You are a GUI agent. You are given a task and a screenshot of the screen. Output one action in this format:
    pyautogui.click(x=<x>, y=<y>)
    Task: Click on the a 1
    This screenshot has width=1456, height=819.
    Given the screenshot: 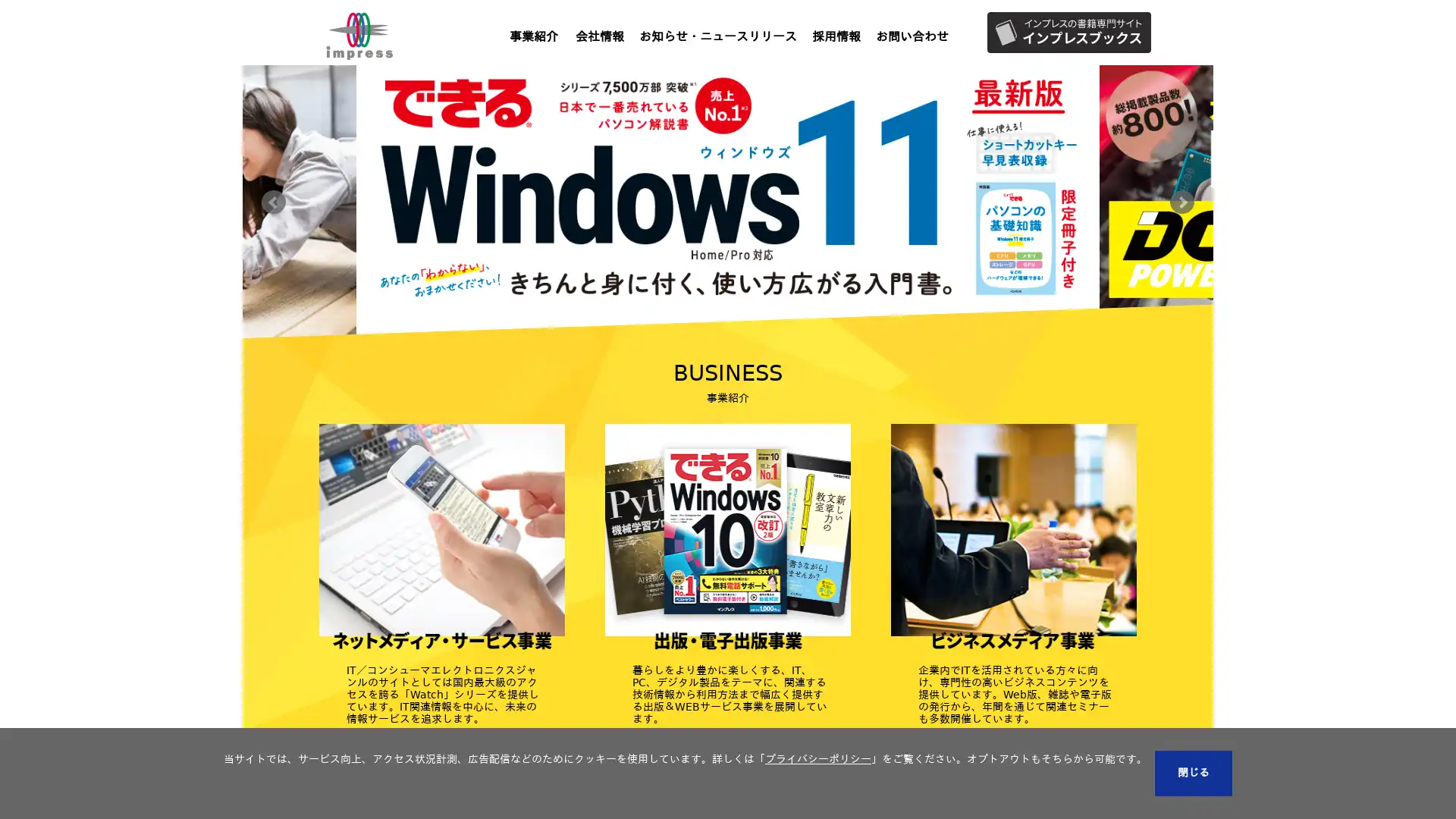 What is the action you would take?
    pyautogui.click(x=682, y=350)
    